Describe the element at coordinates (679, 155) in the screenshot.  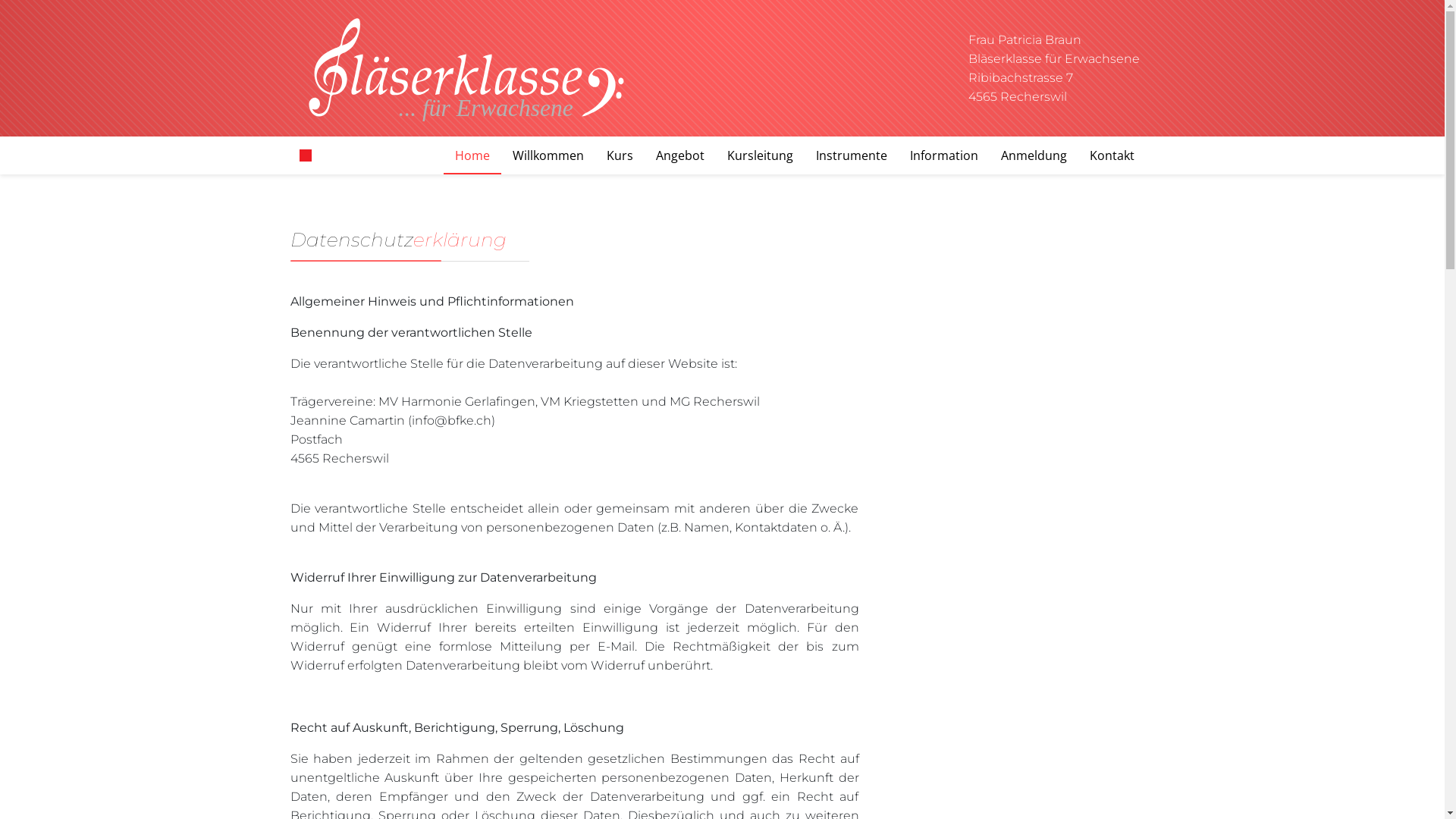
I see `'Angebot'` at that location.